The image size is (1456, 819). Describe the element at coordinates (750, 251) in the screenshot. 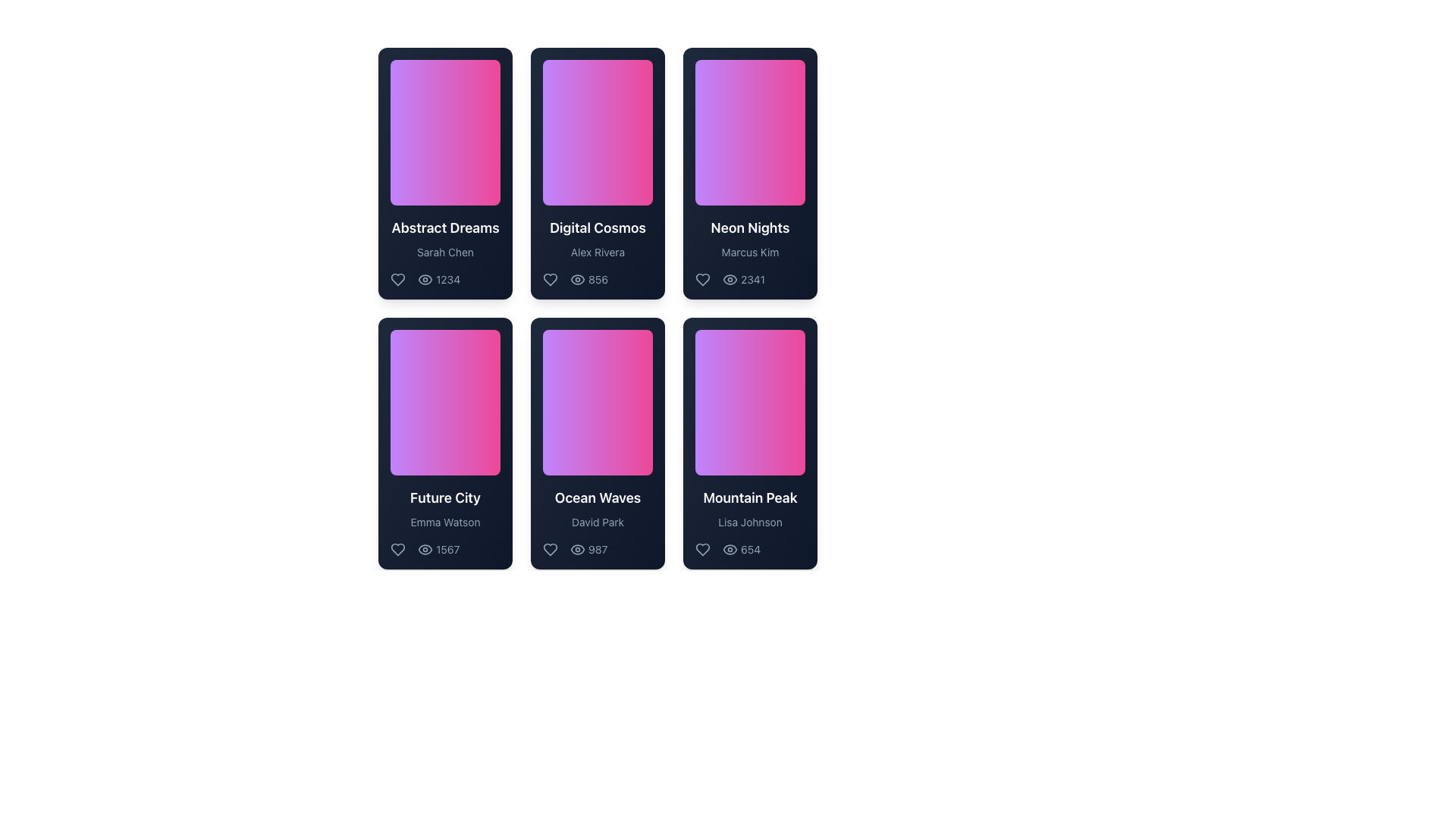

I see `the text element displaying the name 'Marcus Kim', which is styled in slate gray and positioned beneath the title 'Neon Nights'` at that location.